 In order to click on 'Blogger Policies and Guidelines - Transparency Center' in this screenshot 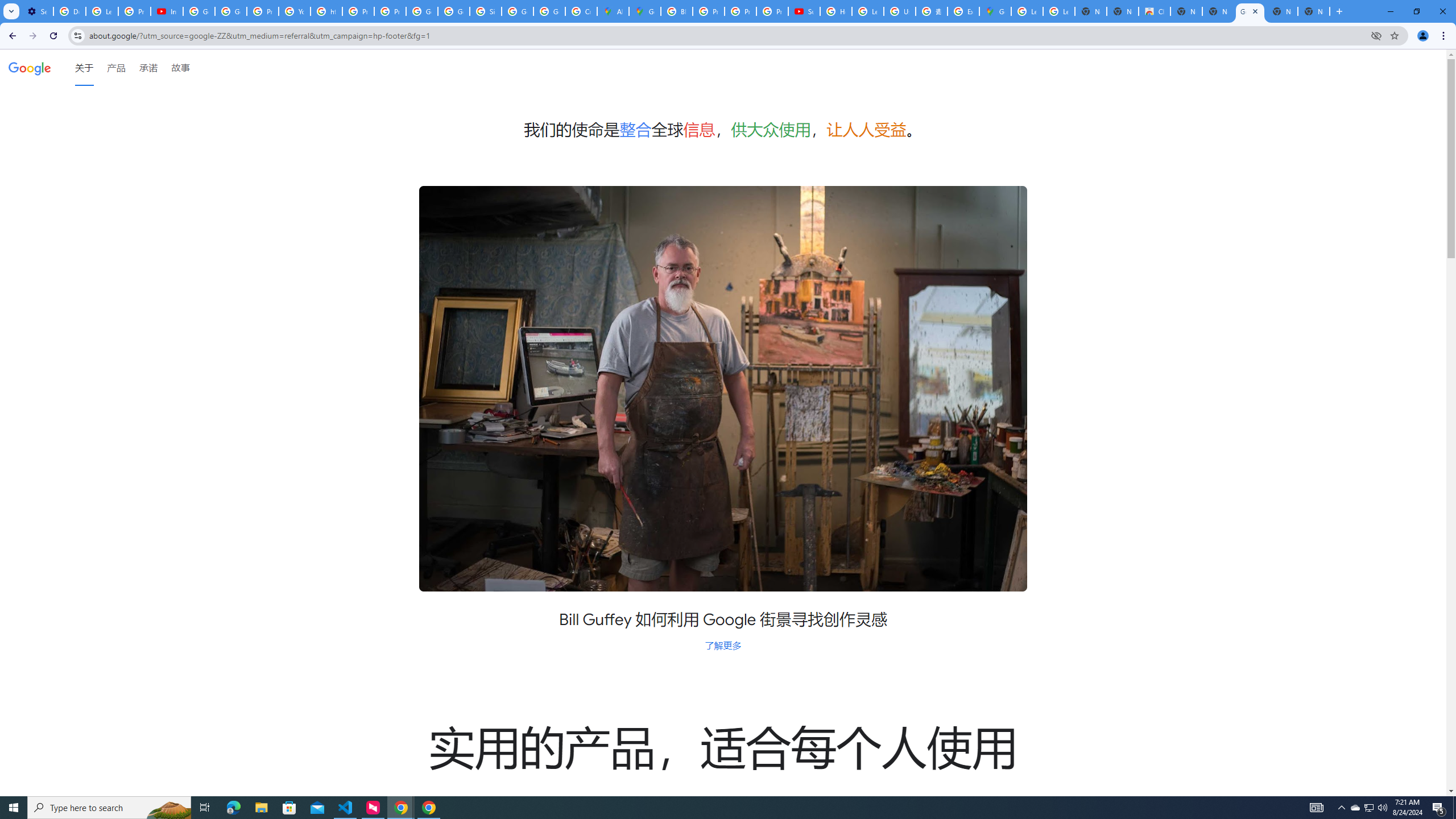, I will do `click(676, 11)`.